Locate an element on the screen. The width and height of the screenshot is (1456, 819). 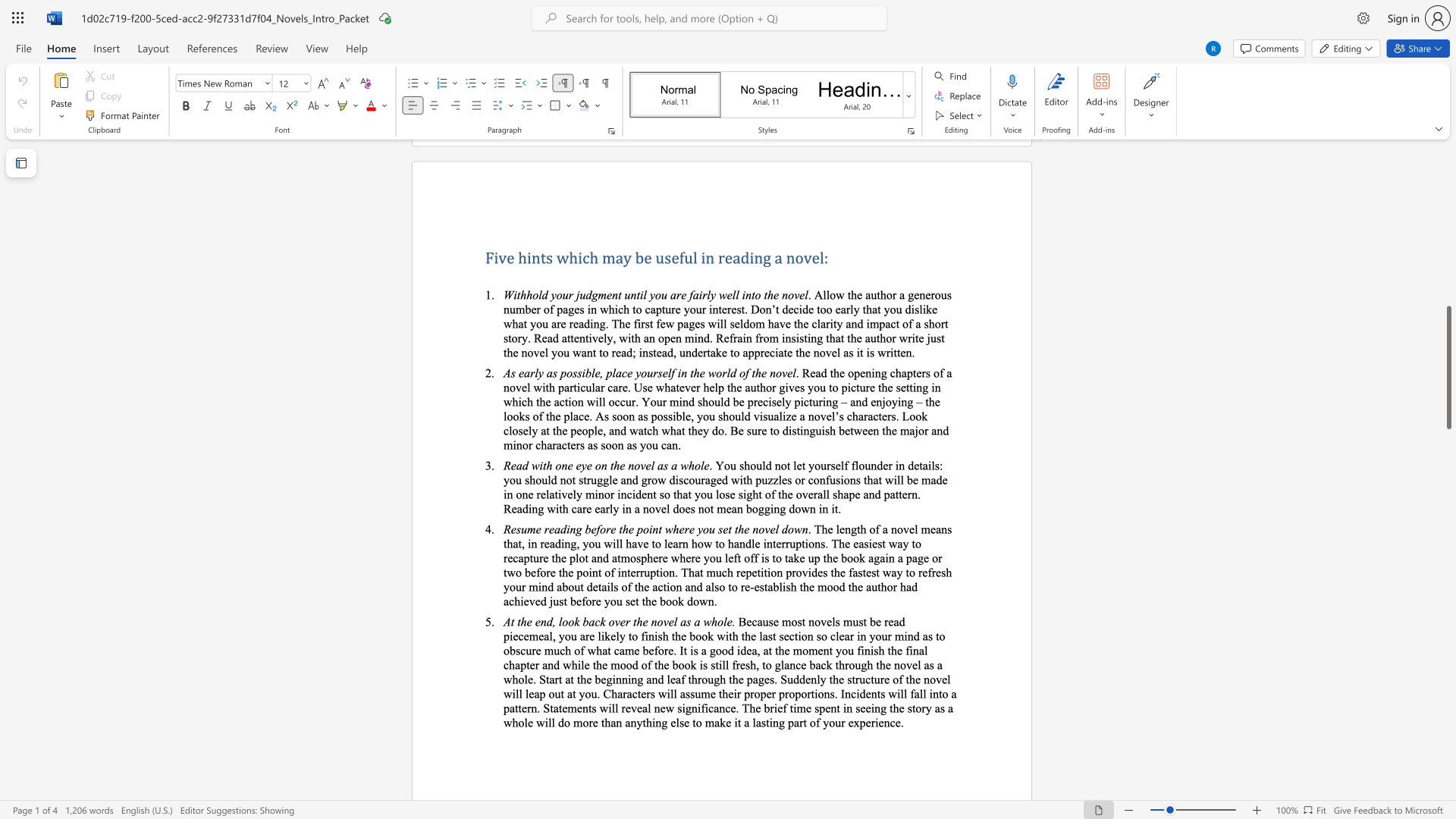
the right-hand scrollbar to ascend the page is located at coordinates (1448, 417).